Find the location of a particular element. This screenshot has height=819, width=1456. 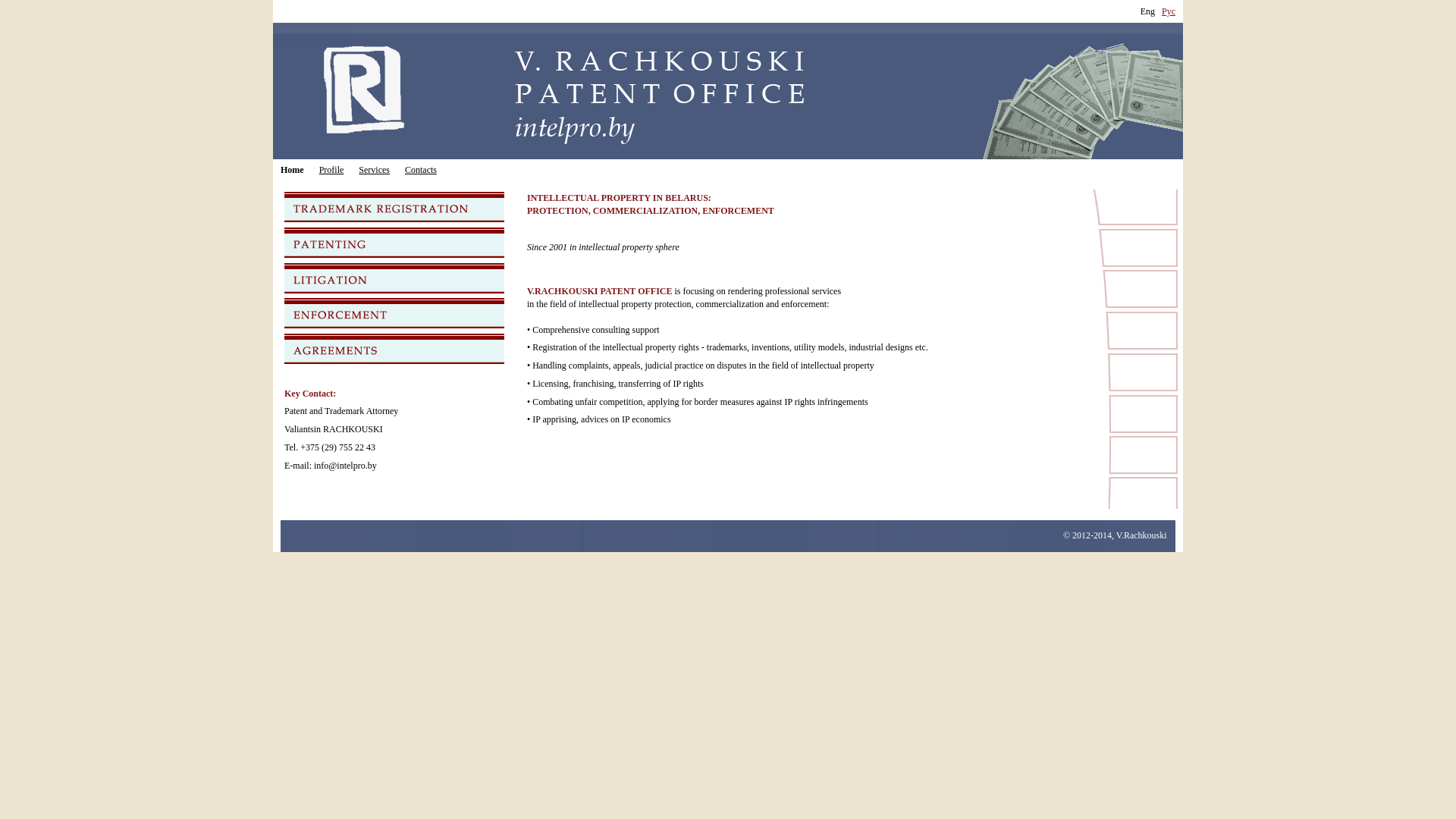

'Home' is located at coordinates (292, 170).